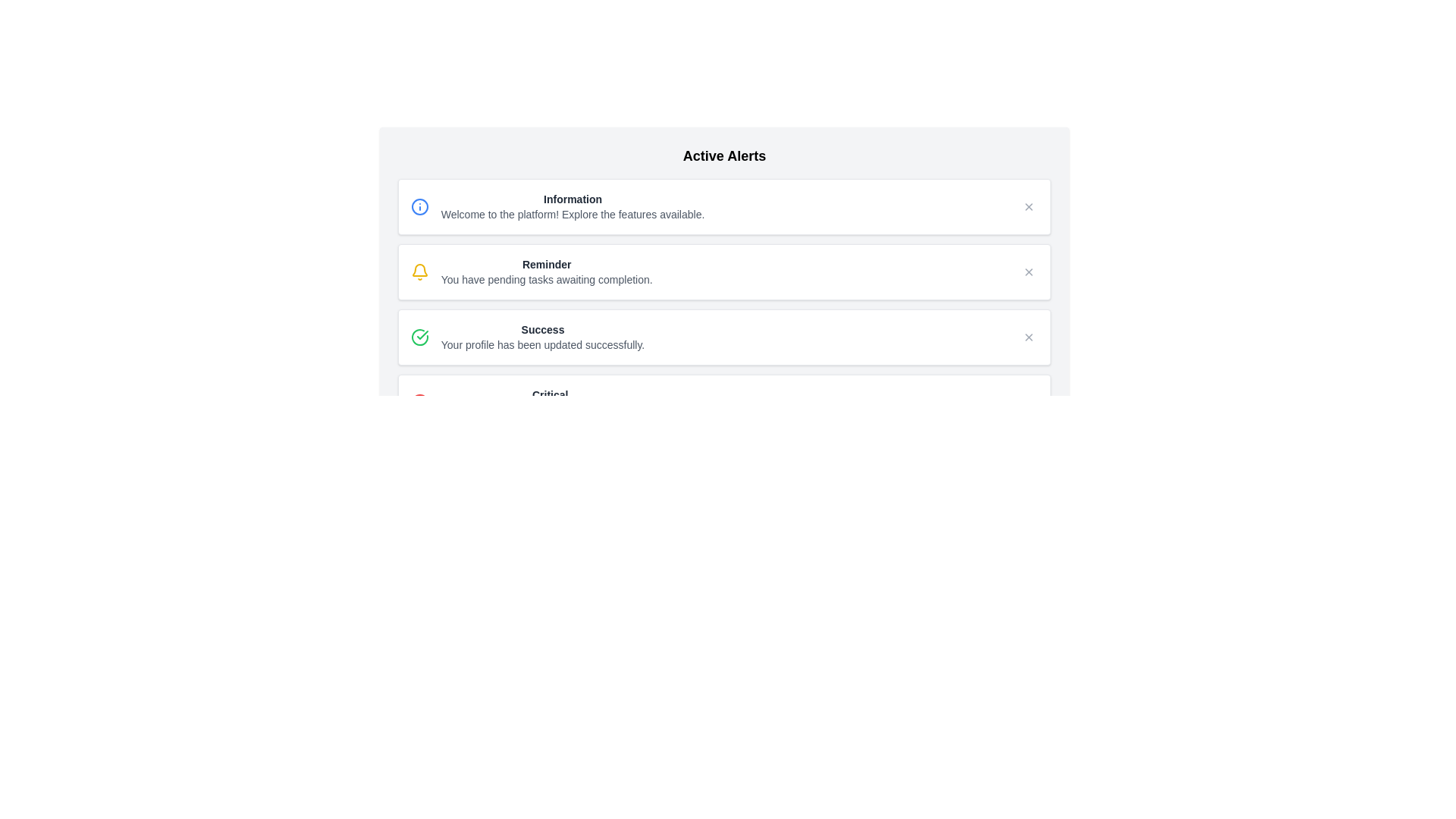  I want to click on the close icon located in the top right corner of the first notification box, so click(1029, 207).